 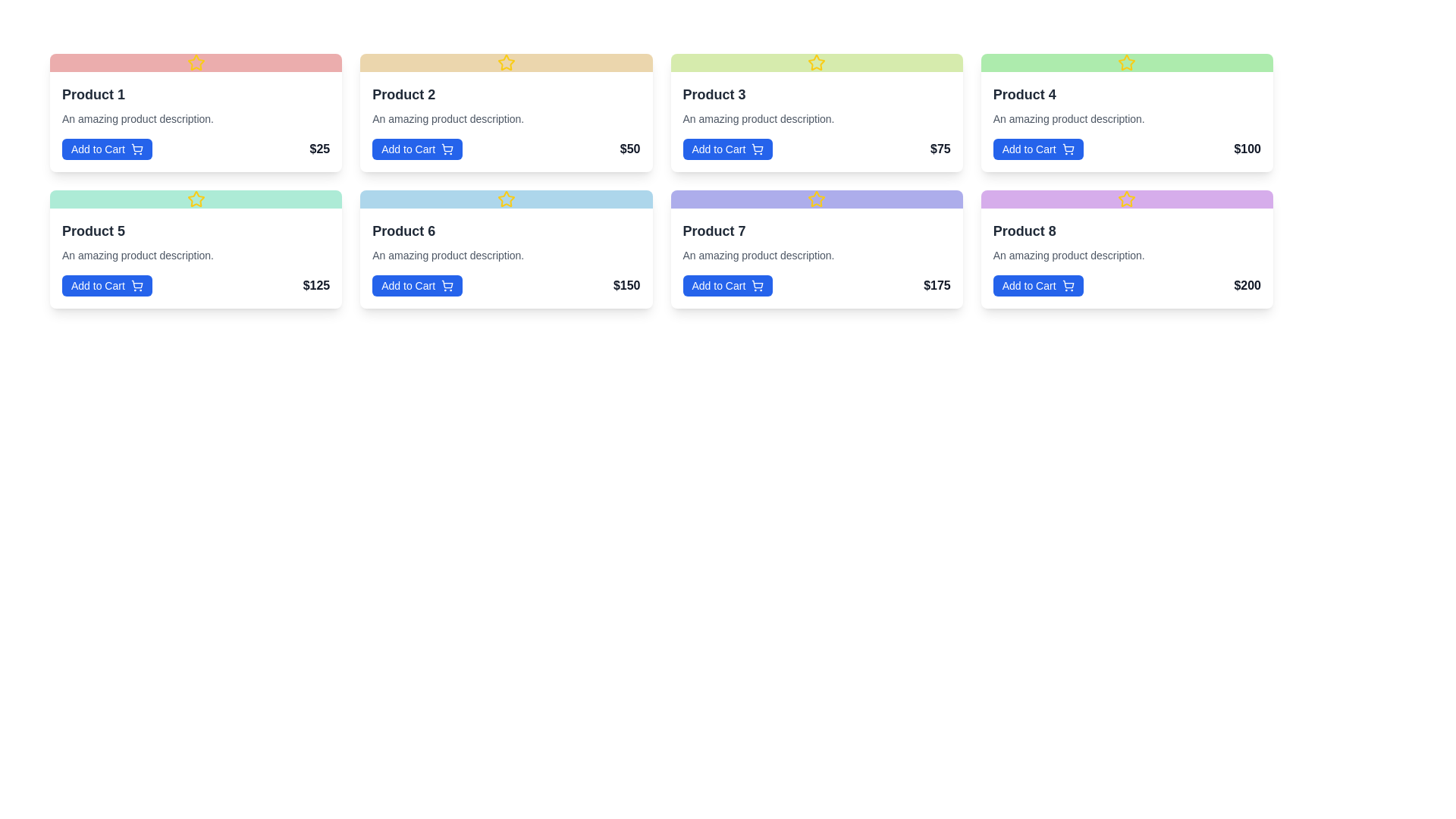 What do you see at coordinates (1127, 62) in the screenshot?
I see `the star icon located at the top center of the green card for 'Product 4' in the second row to interact with it` at bounding box center [1127, 62].